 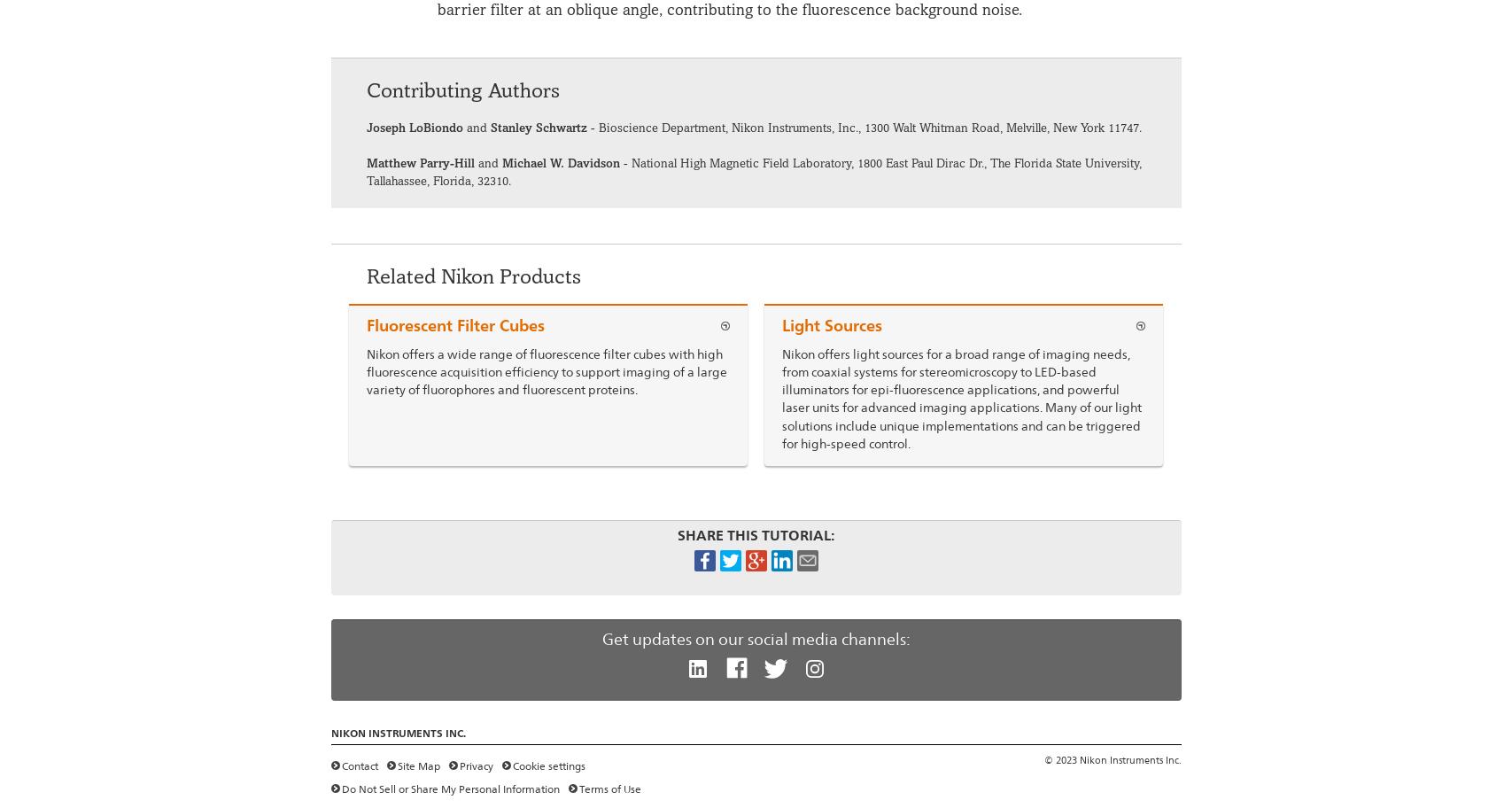 I want to click on 'Do Not Sell or Share My Personal Information', so click(x=450, y=788).